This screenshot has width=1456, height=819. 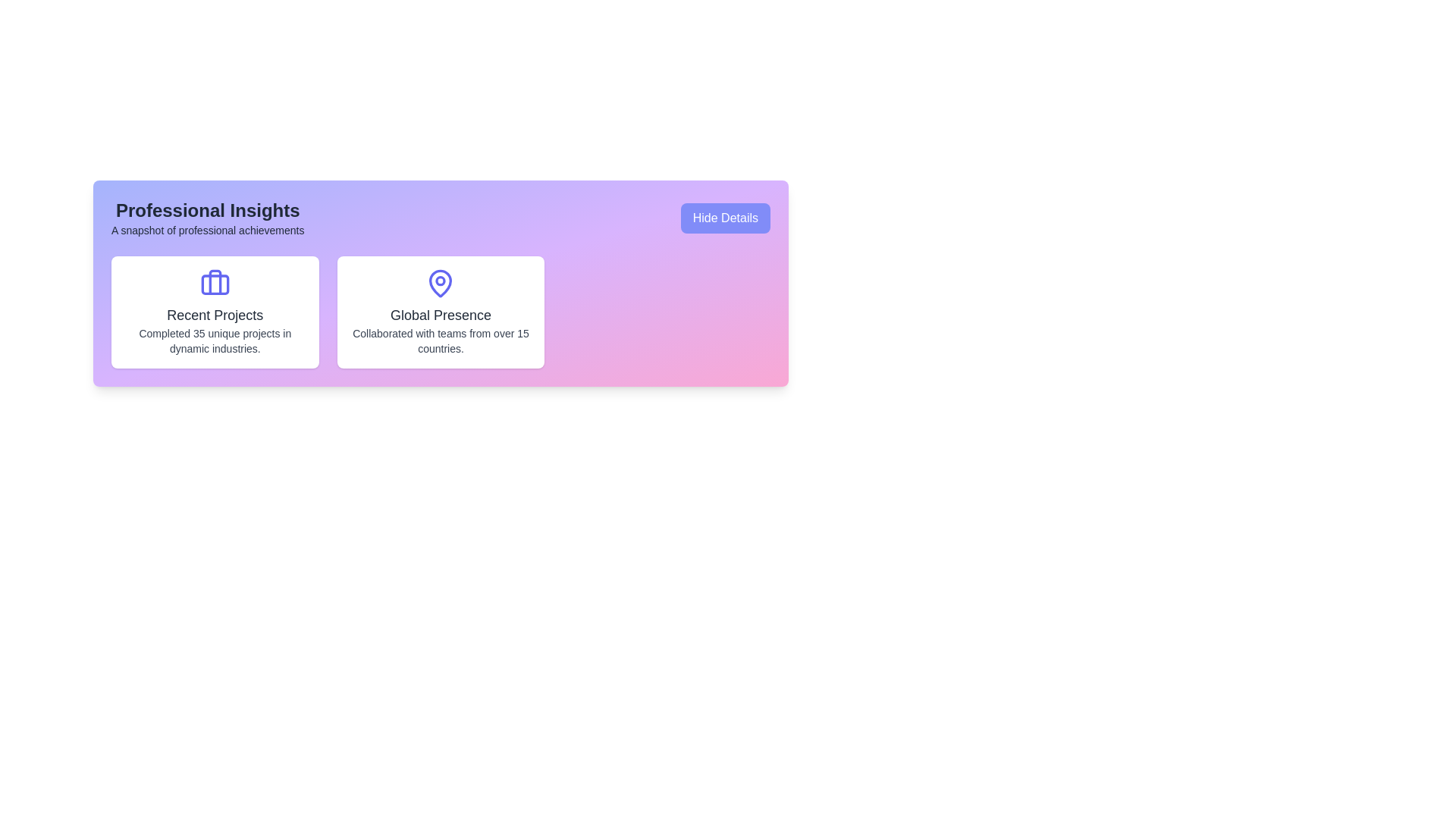 What do you see at coordinates (207, 210) in the screenshot?
I see `text content of the bold, large header titled 'Professional Insights', which is centrally positioned at the top of the section with a gradient background` at bounding box center [207, 210].